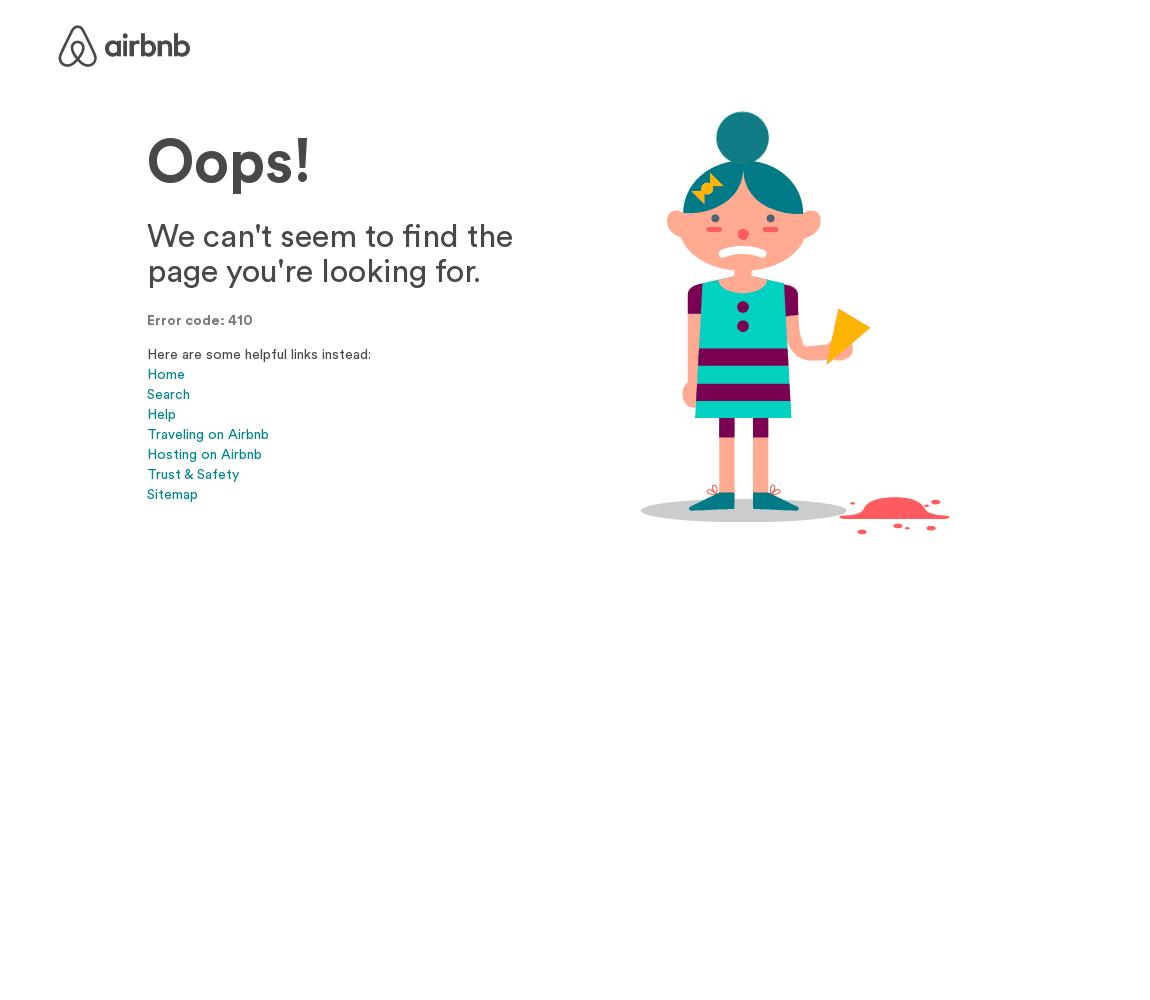  Describe the element at coordinates (171, 492) in the screenshot. I see `'Sitemap'` at that location.